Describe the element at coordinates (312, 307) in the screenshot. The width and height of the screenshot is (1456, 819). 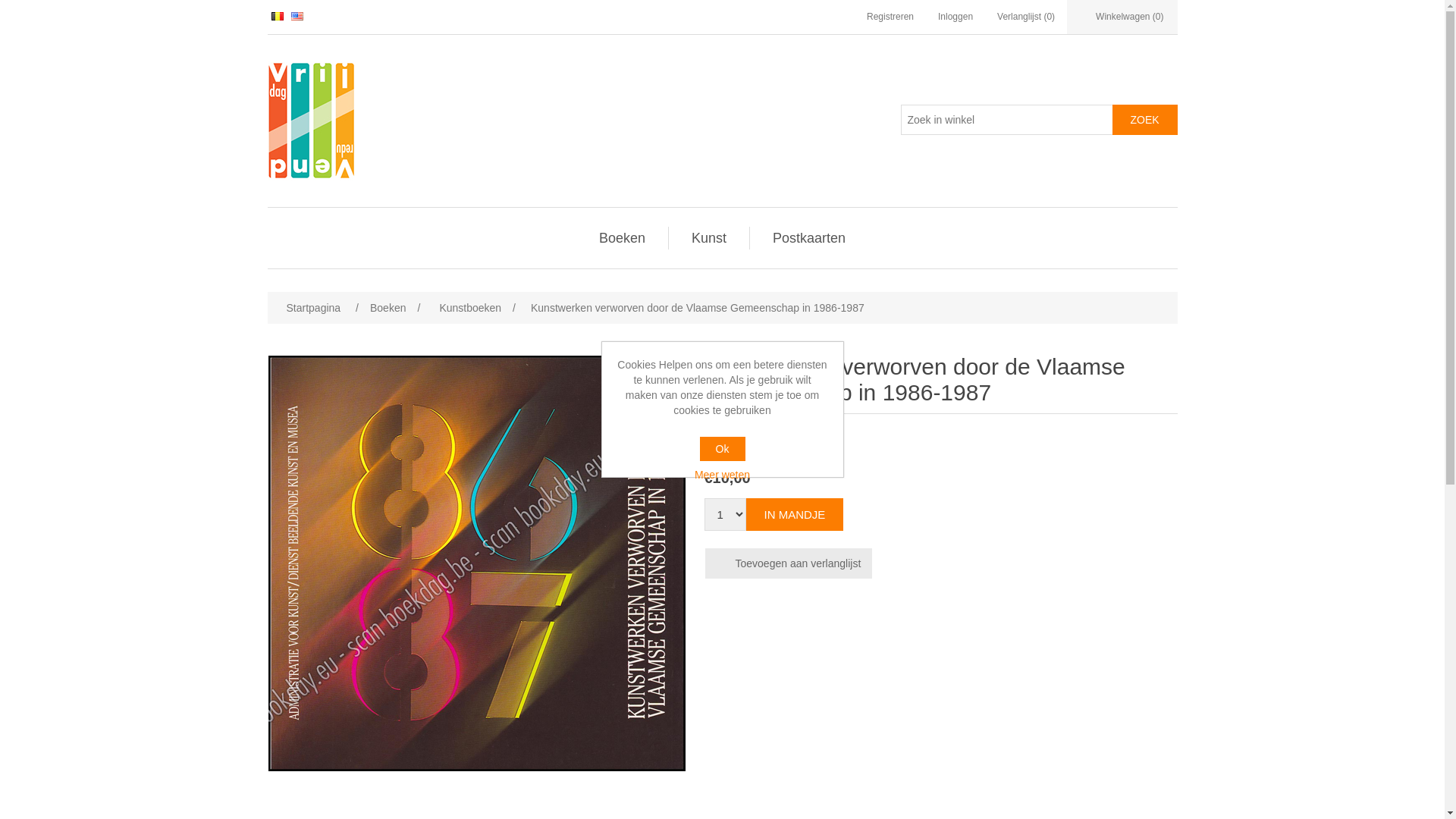
I see `'Startpagina'` at that location.